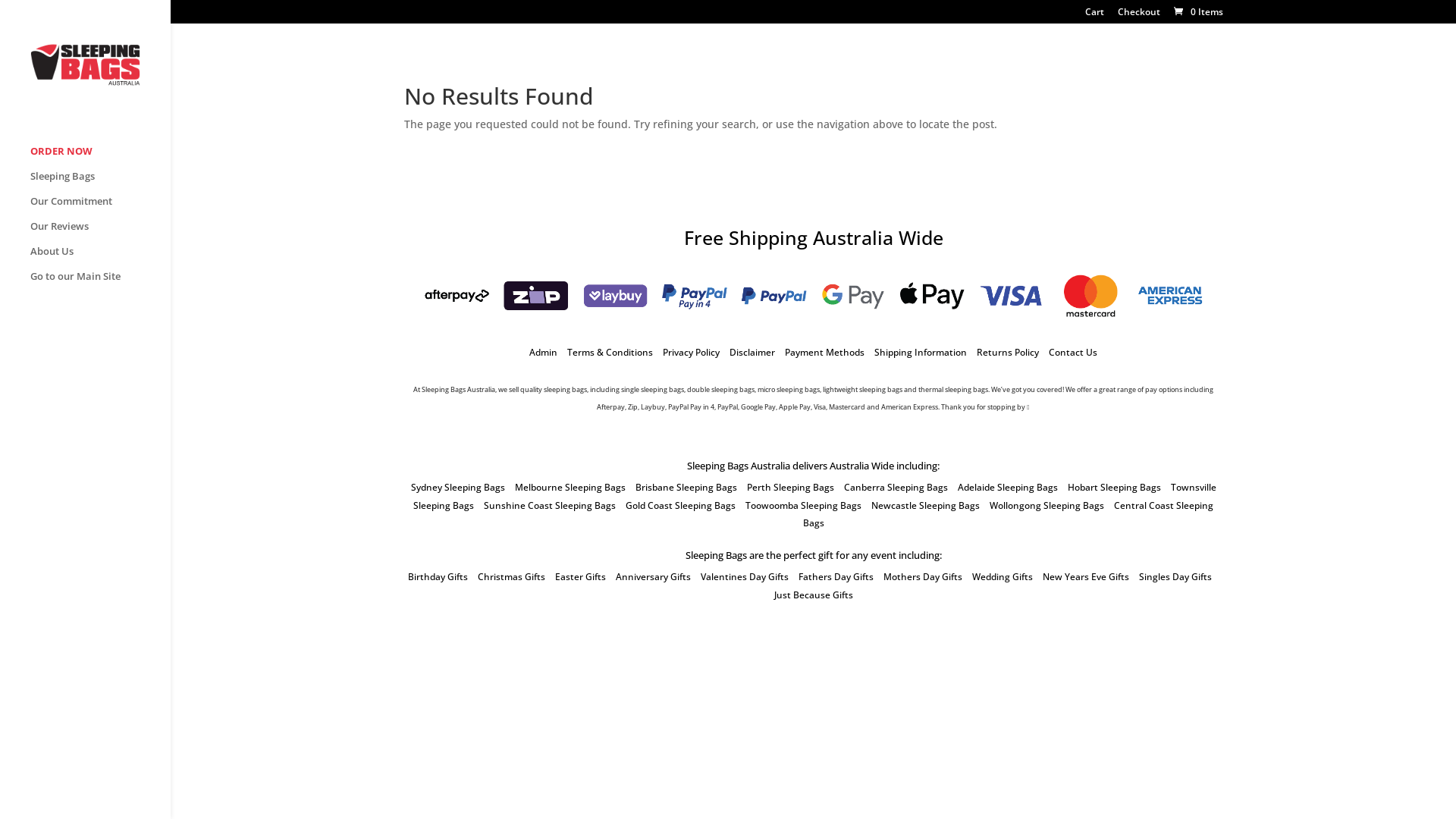 The width and height of the screenshot is (1456, 819). What do you see at coordinates (1072, 352) in the screenshot?
I see `'Contact Us'` at bounding box center [1072, 352].